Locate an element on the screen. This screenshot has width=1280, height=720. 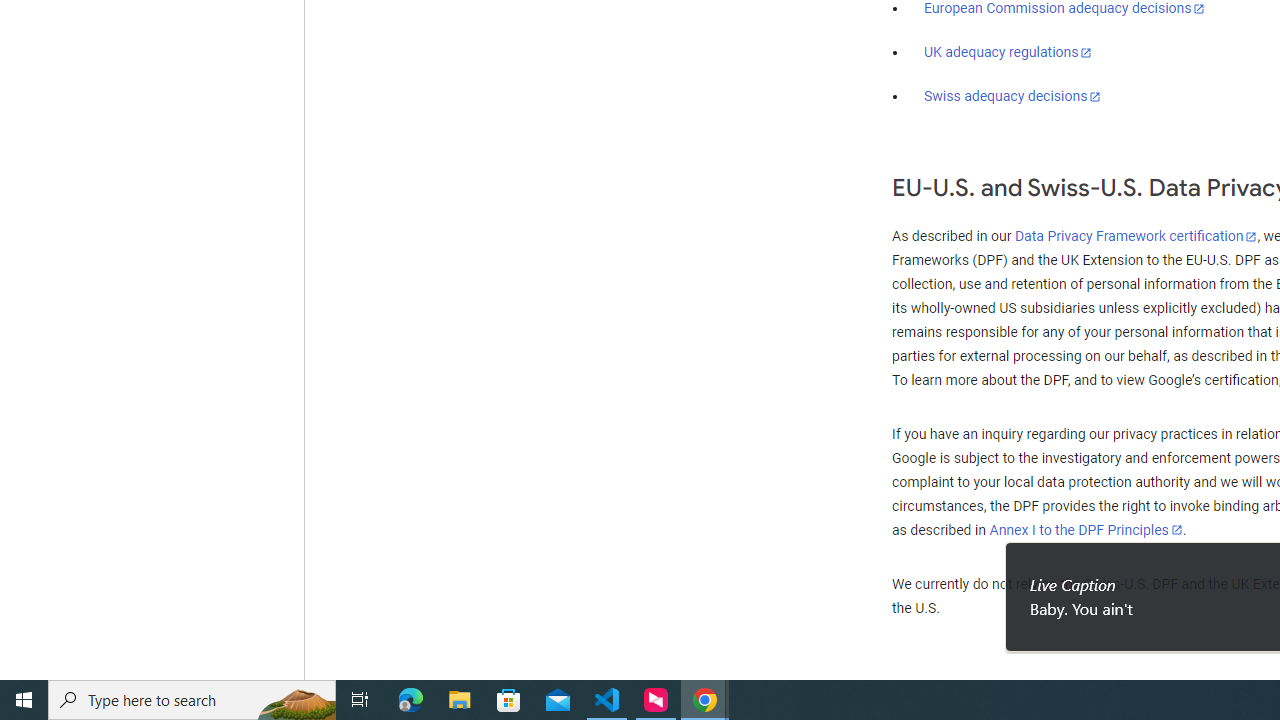
'European Commission adequacy decisions' is located at coordinates (1063, 9).